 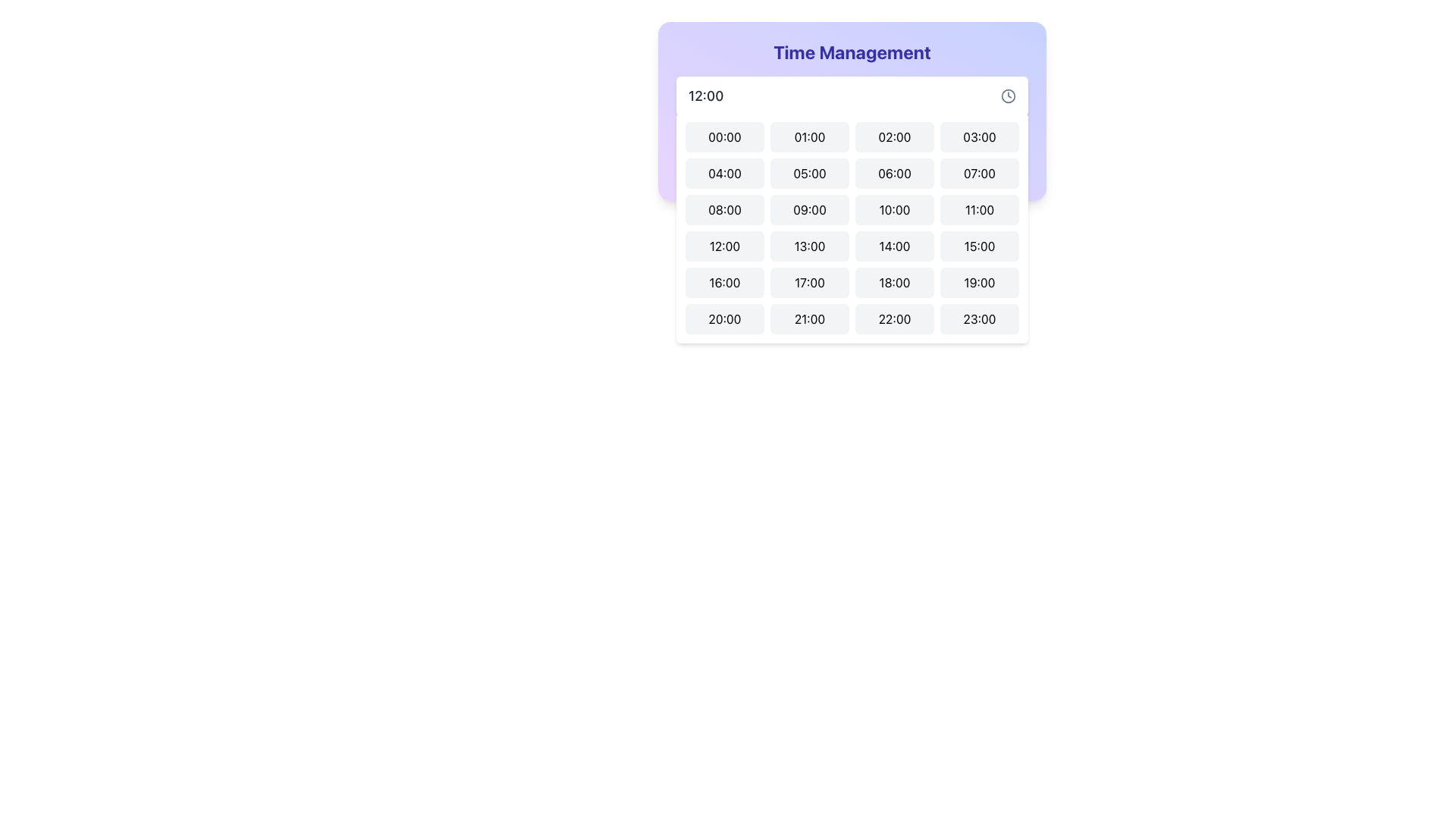 What do you see at coordinates (809, 137) in the screenshot?
I see `the button displaying the time value '01:00'` at bounding box center [809, 137].